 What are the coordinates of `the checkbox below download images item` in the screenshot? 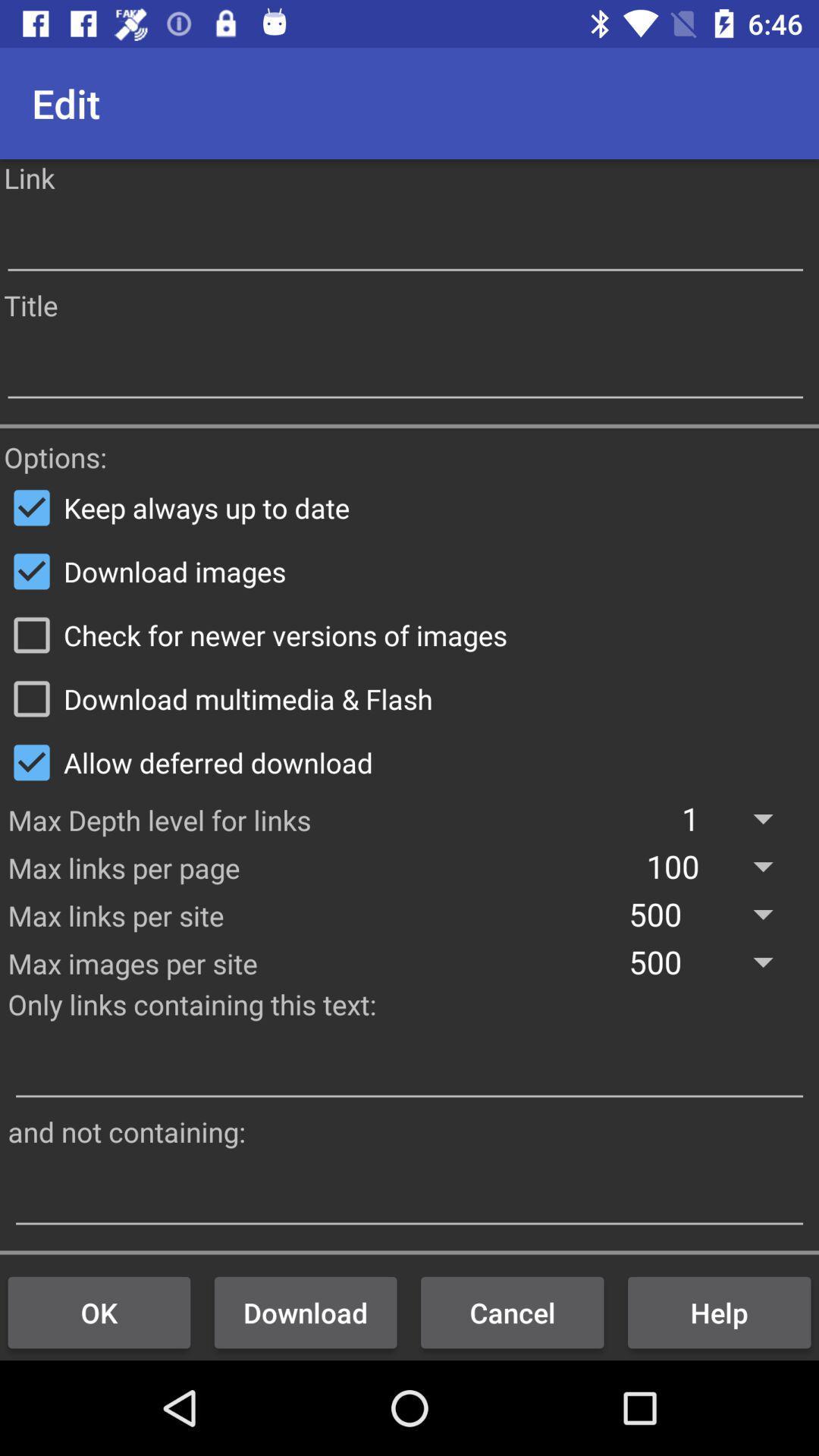 It's located at (409, 635).